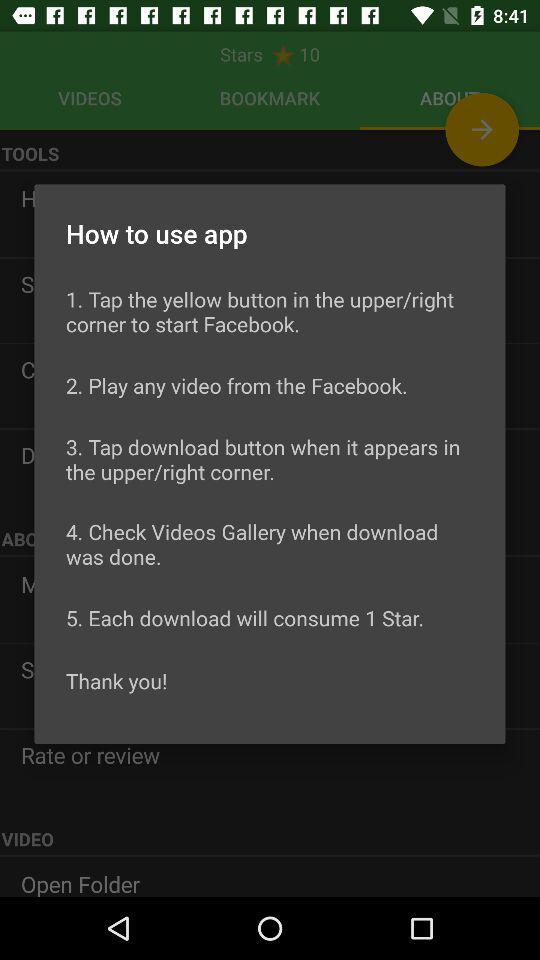 Image resolution: width=540 pixels, height=960 pixels. I want to click on item below 5 each download, so click(116, 681).